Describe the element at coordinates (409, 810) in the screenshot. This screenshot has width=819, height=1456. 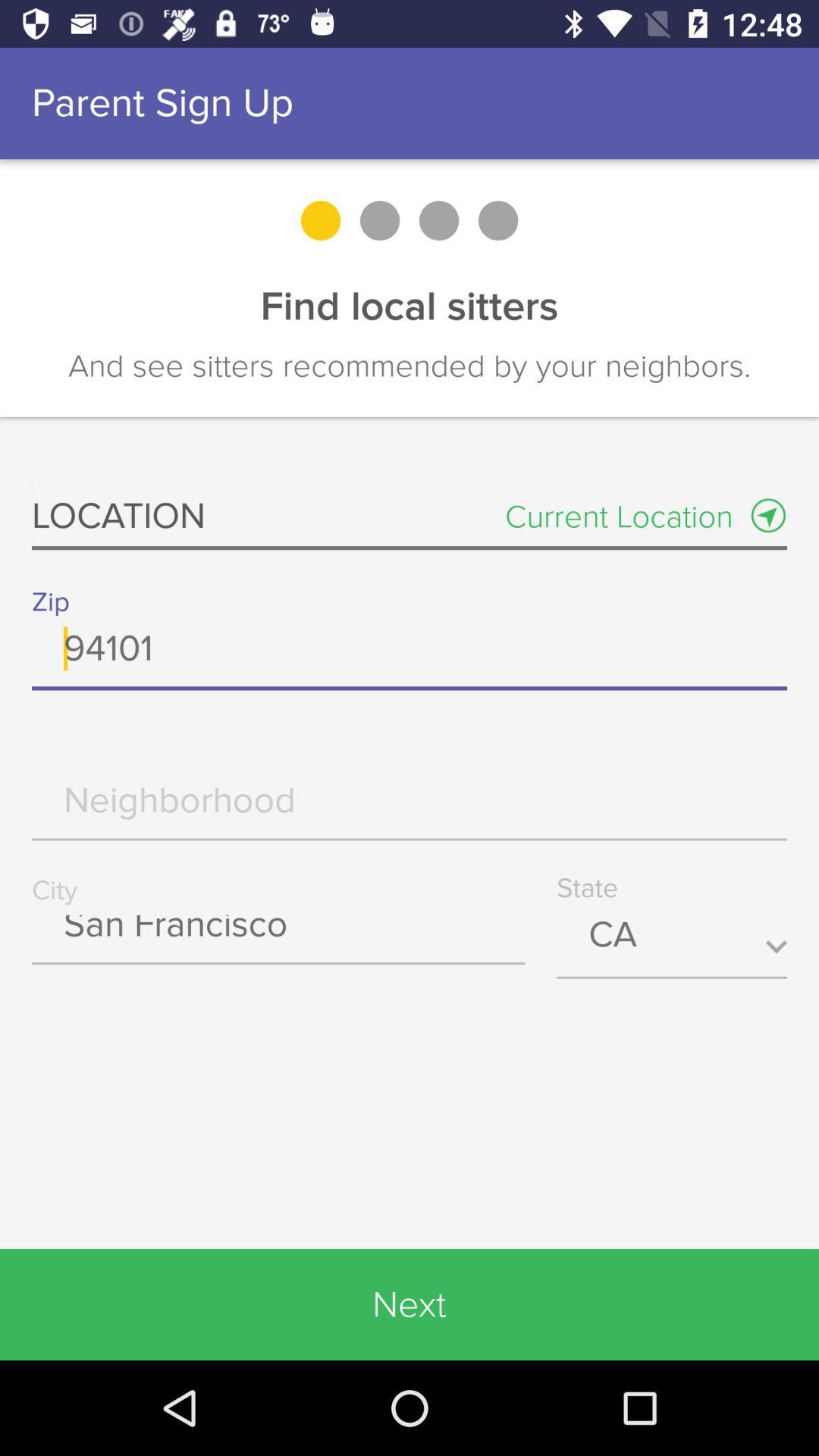
I see `neighborhood` at that location.